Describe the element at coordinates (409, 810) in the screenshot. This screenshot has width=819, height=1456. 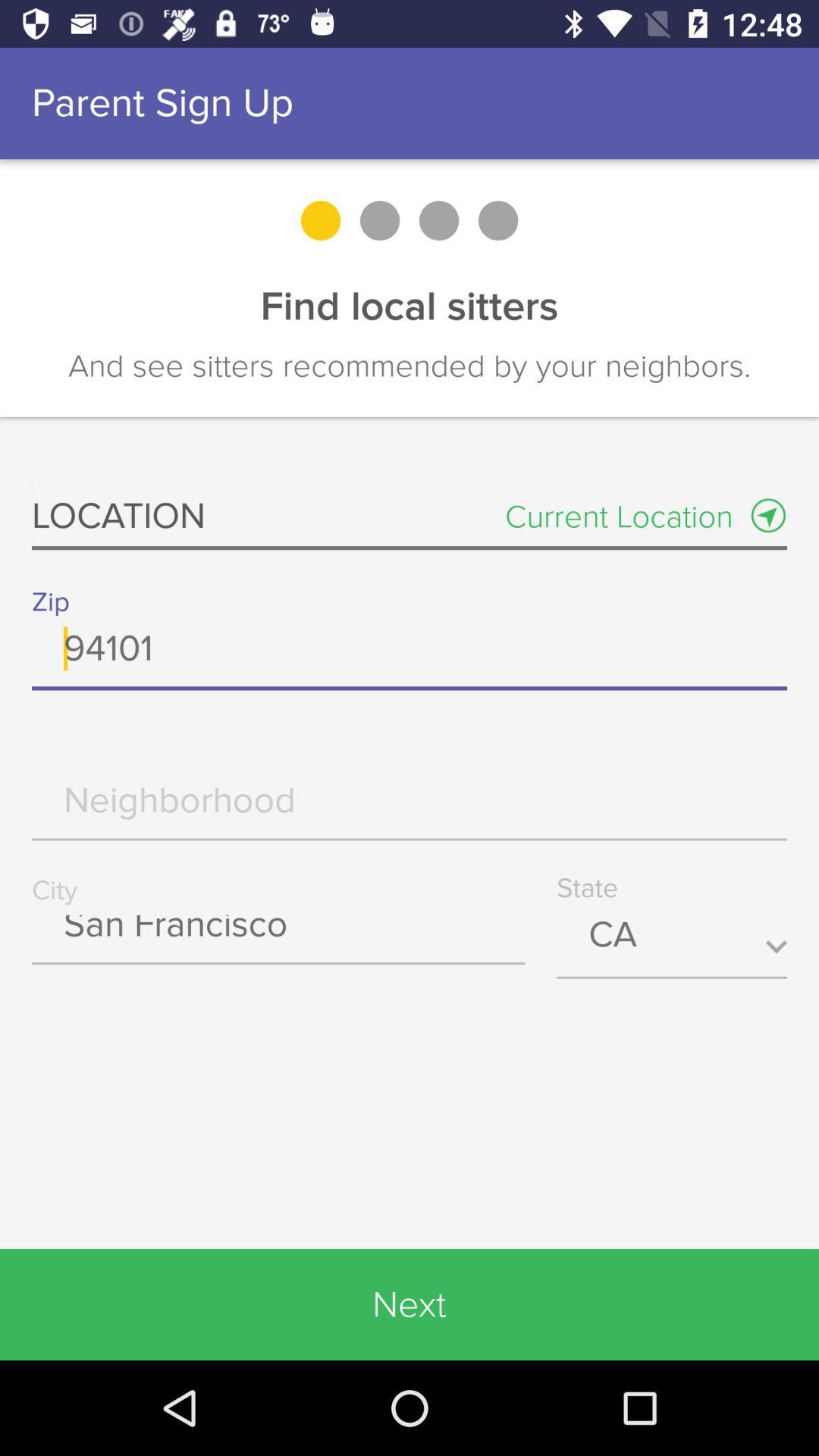
I see `neighborhood` at that location.